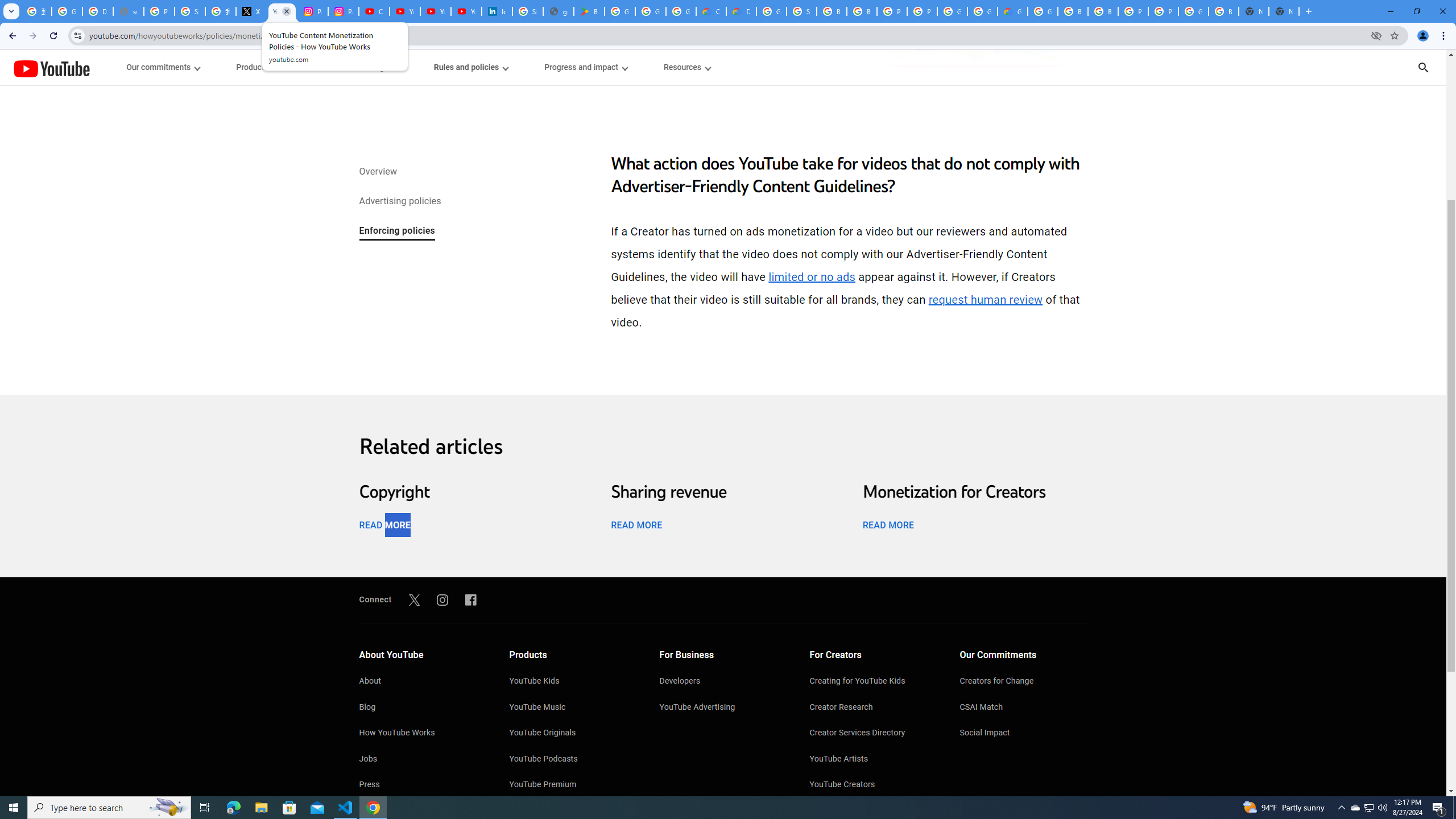  I want to click on 'Blog', so click(421, 708).